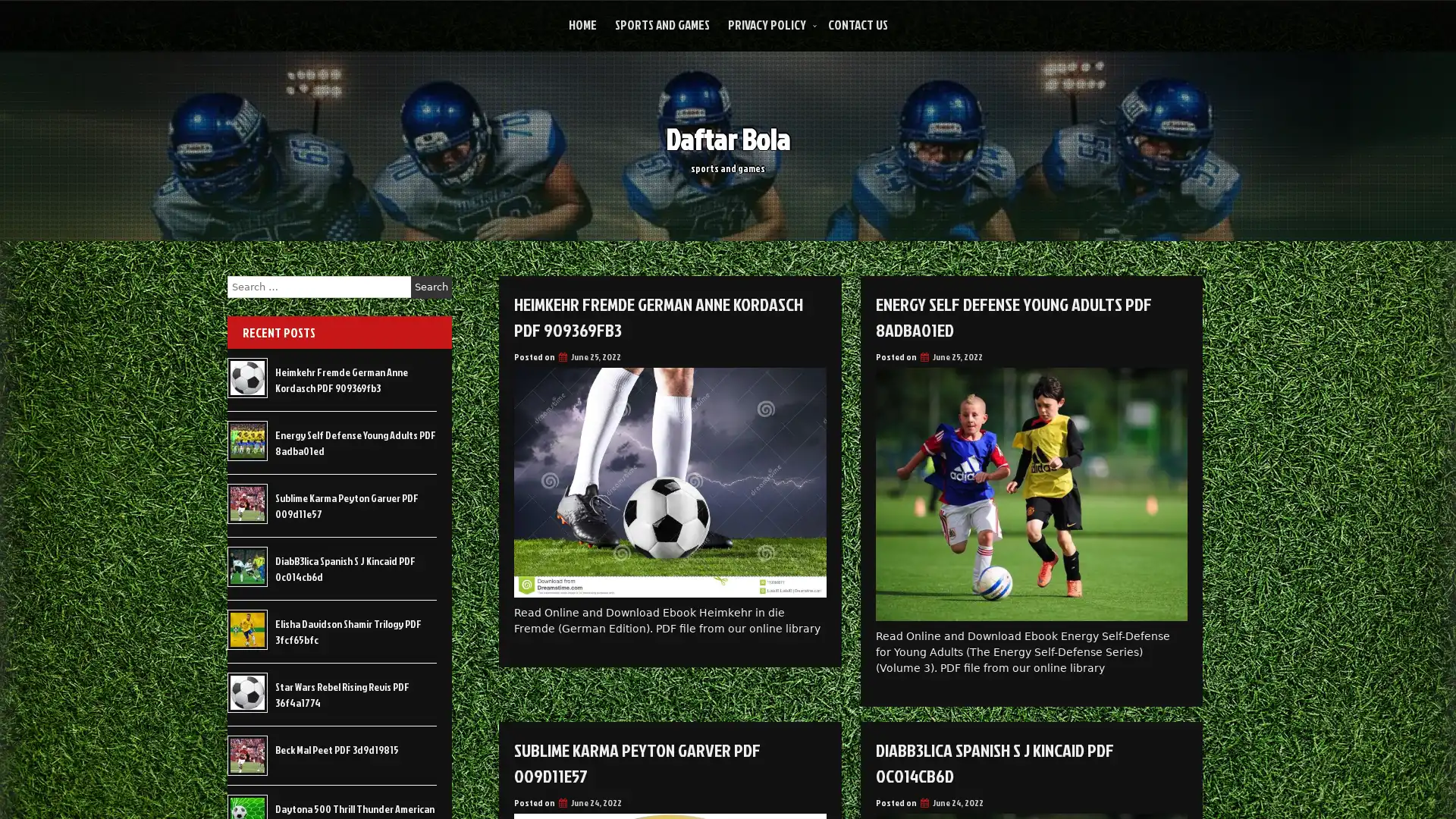  What do you see at coordinates (431, 287) in the screenshot?
I see `Search` at bounding box center [431, 287].